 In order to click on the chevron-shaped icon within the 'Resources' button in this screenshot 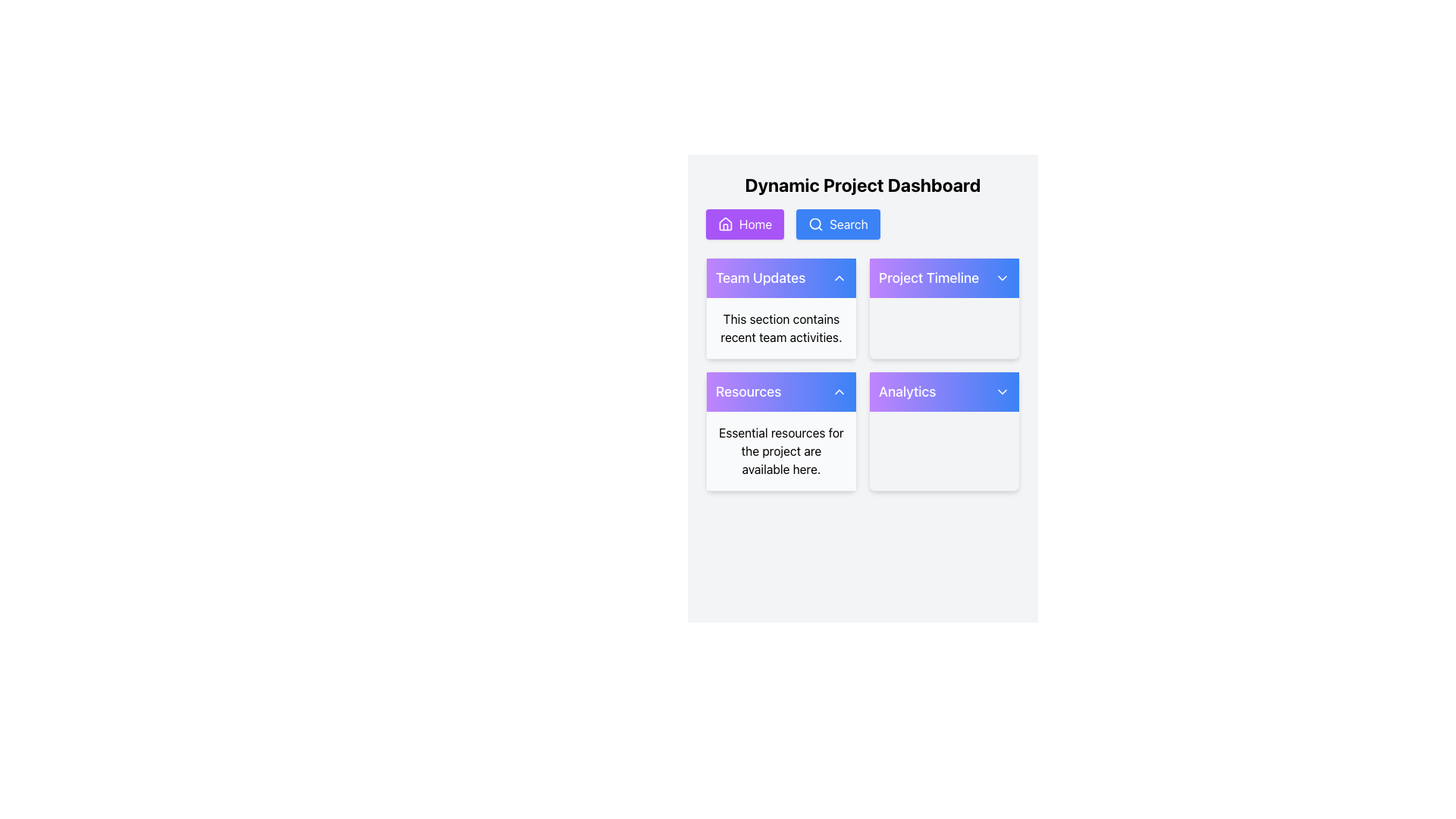, I will do `click(839, 391)`.